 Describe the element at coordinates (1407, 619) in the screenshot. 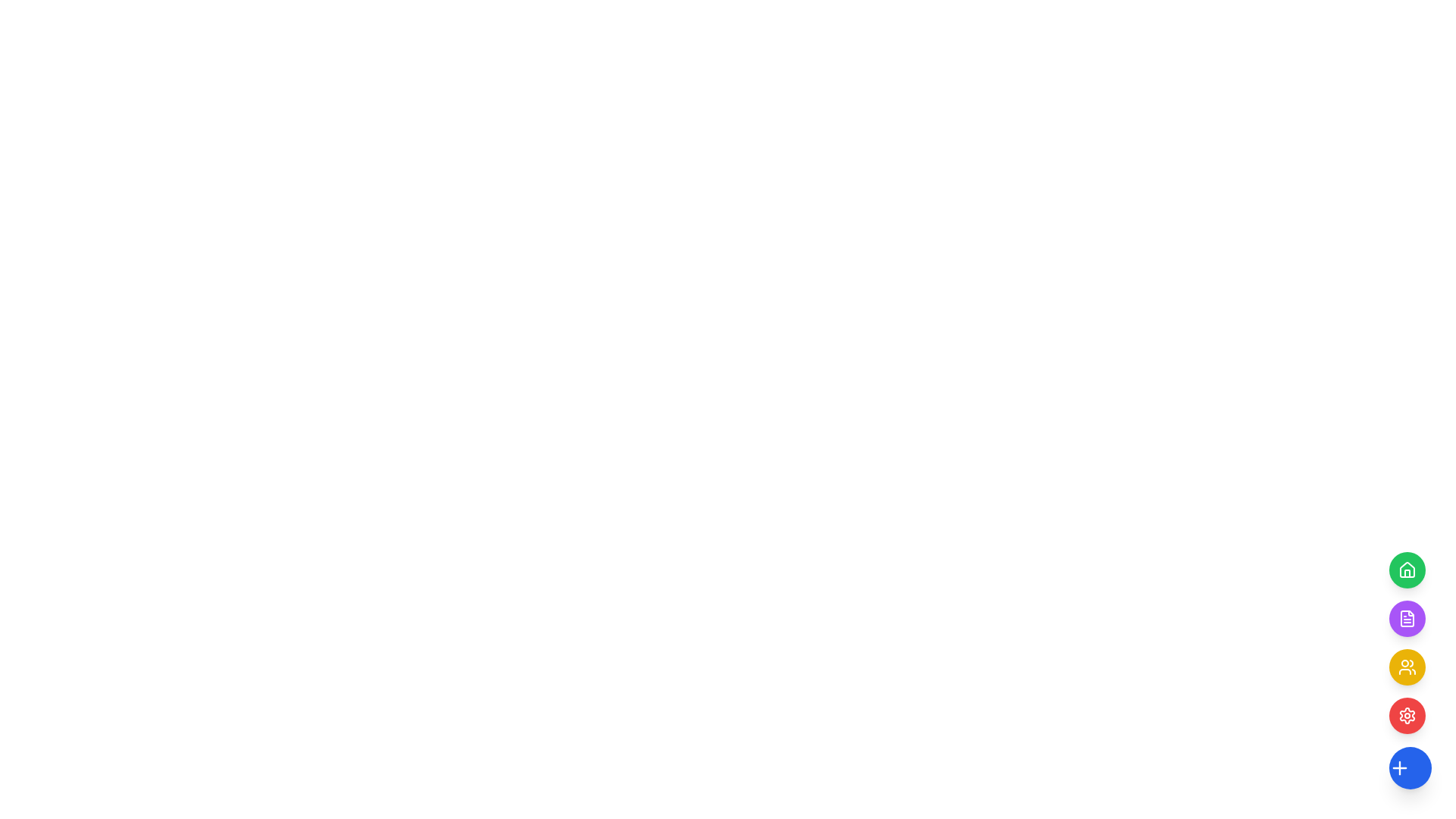

I see `the purple file icon in the vertical menu` at that location.